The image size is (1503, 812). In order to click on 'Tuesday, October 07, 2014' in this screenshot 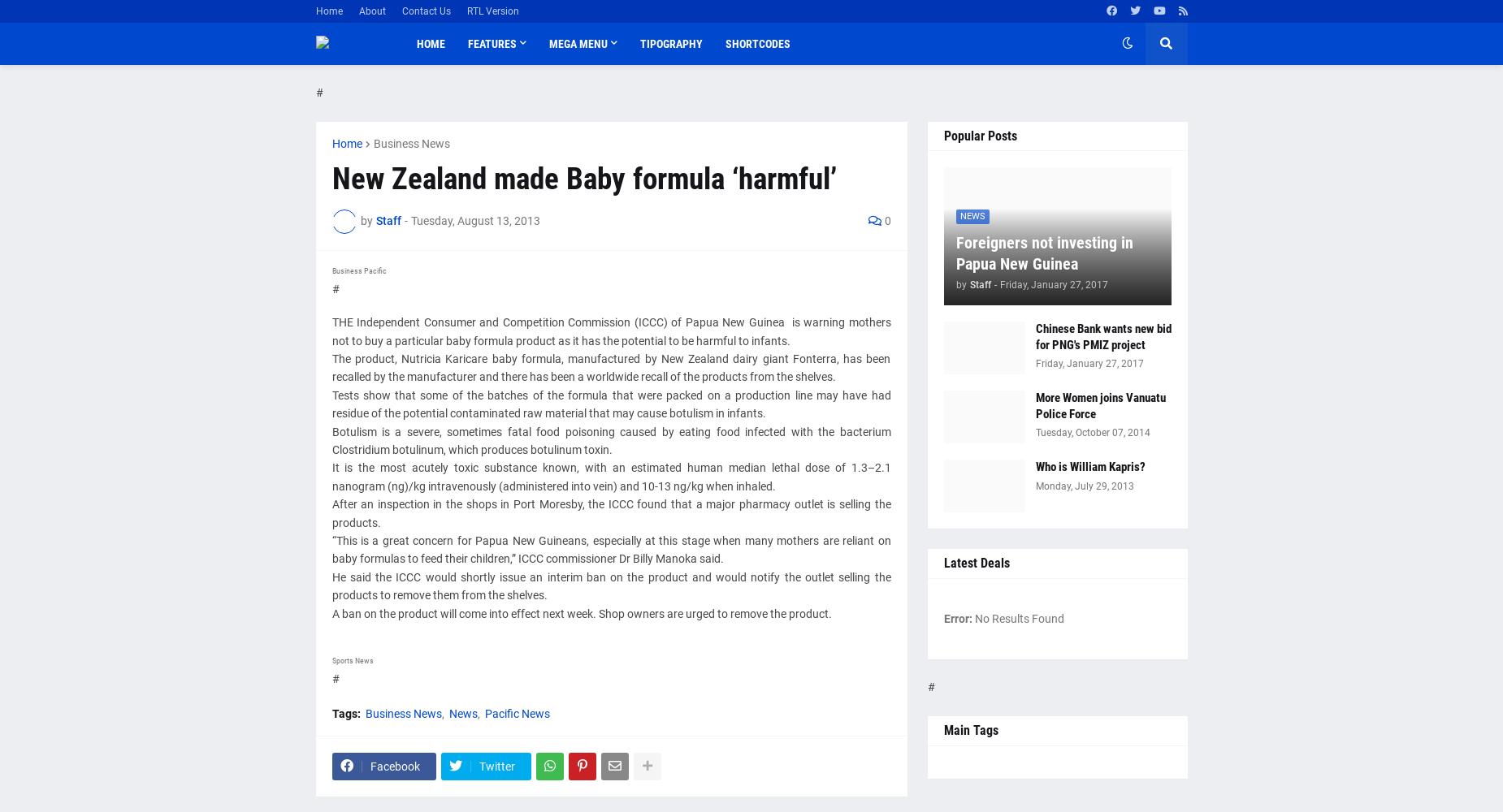, I will do `click(1091, 433)`.